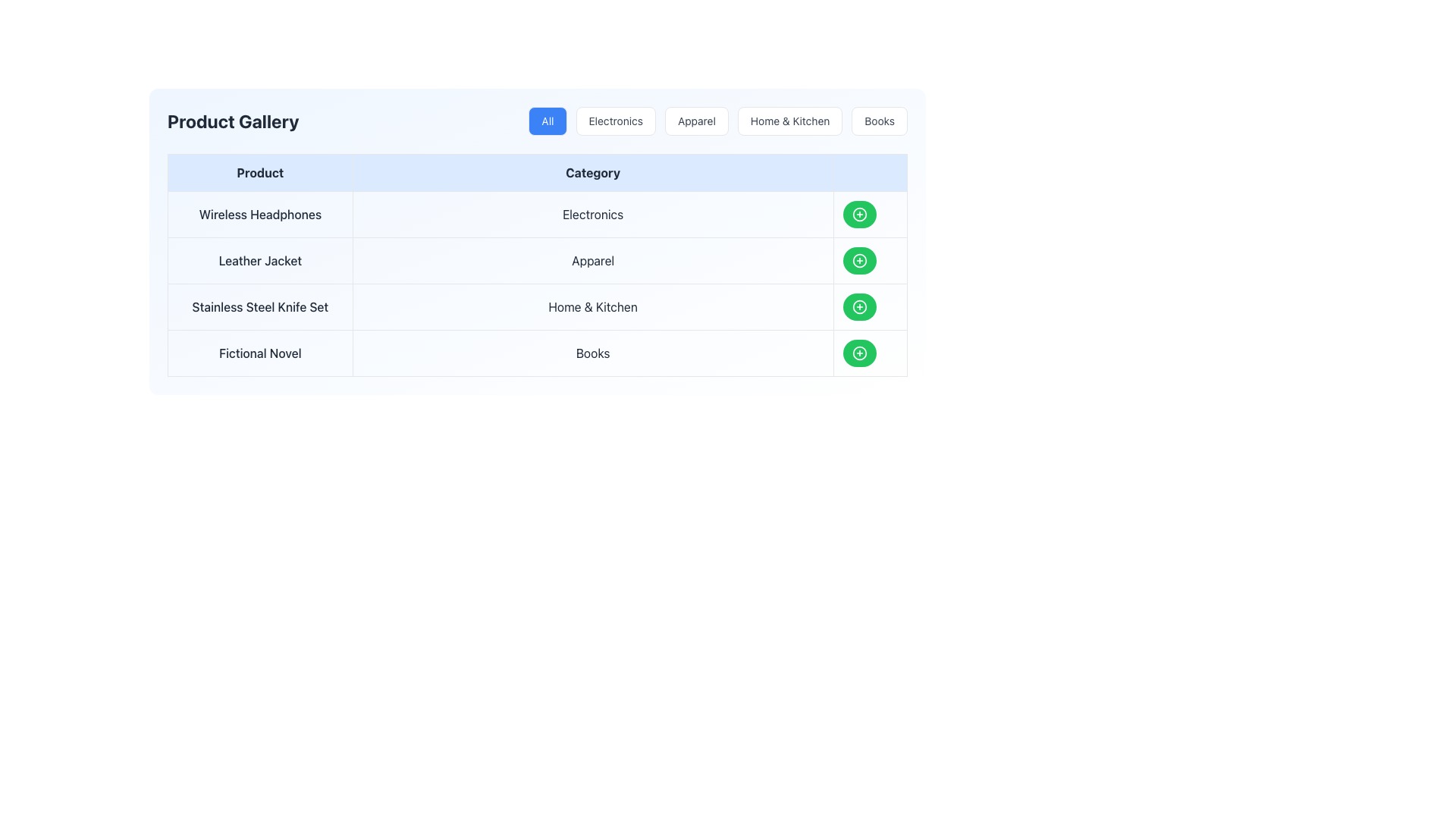 This screenshot has height=819, width=1456. I want to click on the button in the last row of the table under the 'Books' category, so click(859, 353).